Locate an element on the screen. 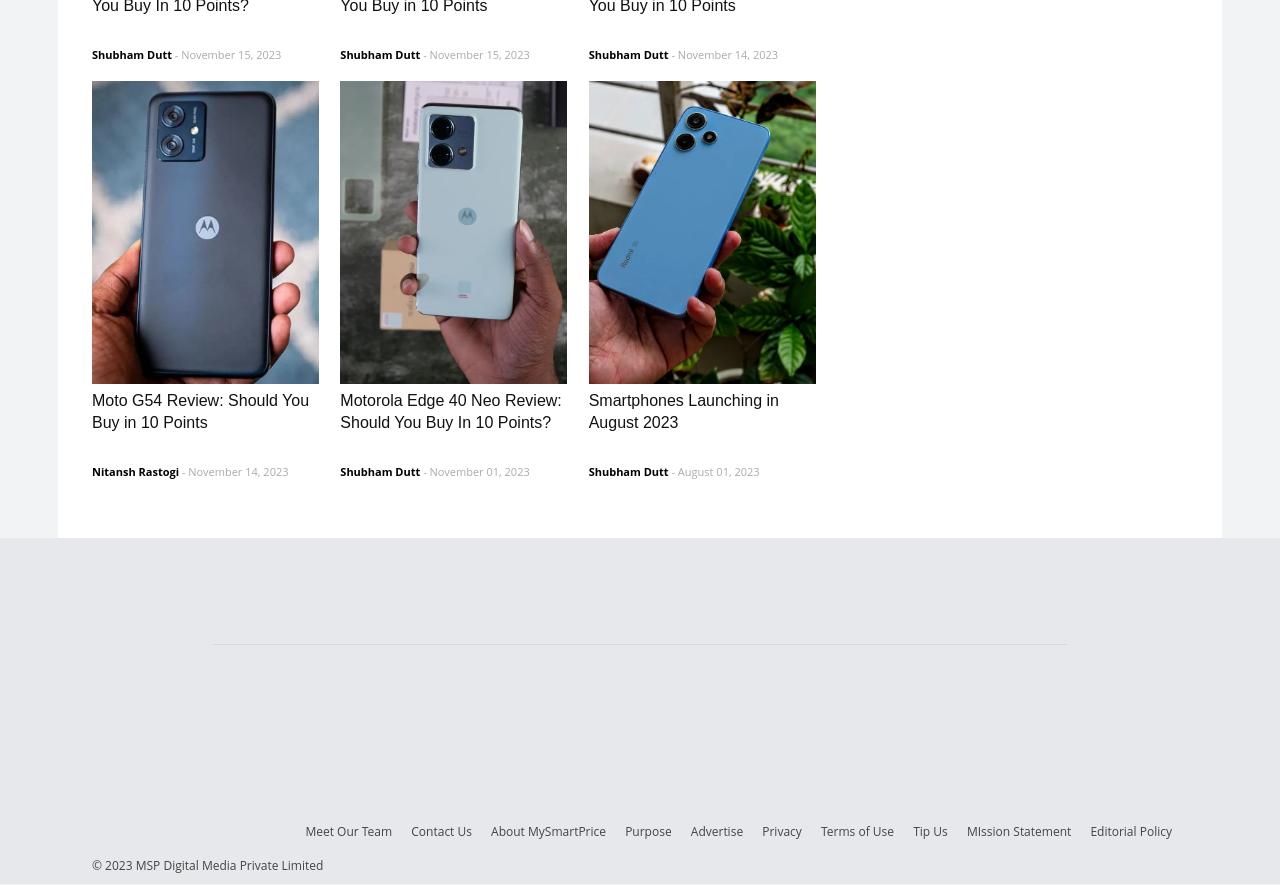 Image resolution: width=1280 pixels, height=885 pixels. 'August 01, 2023' is located at coordinates (717, 469).